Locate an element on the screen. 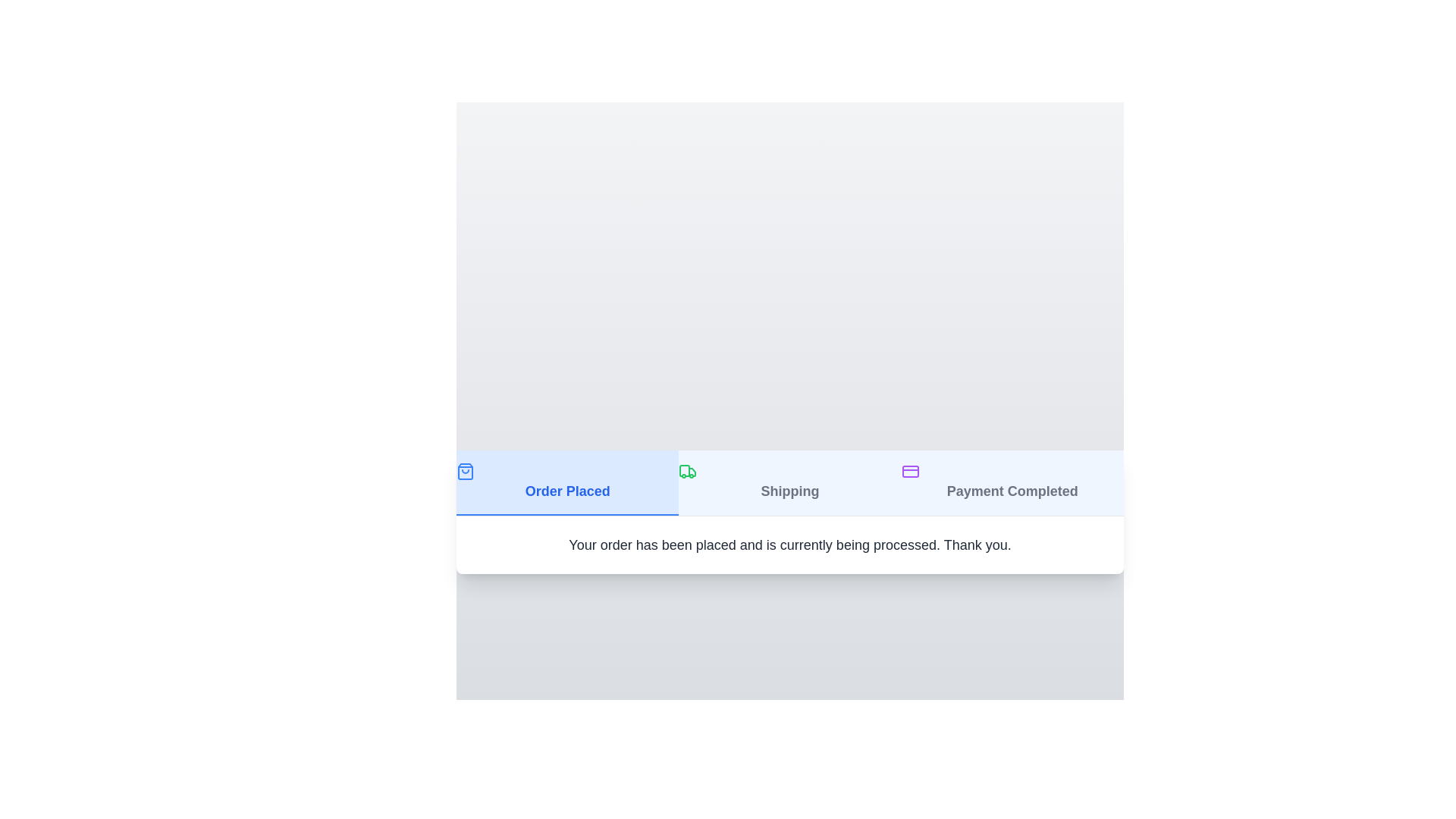 The width and height of the screenshot is (1456, 819). the tab corresponding to Order Placed is located at coordinates (566, 482).